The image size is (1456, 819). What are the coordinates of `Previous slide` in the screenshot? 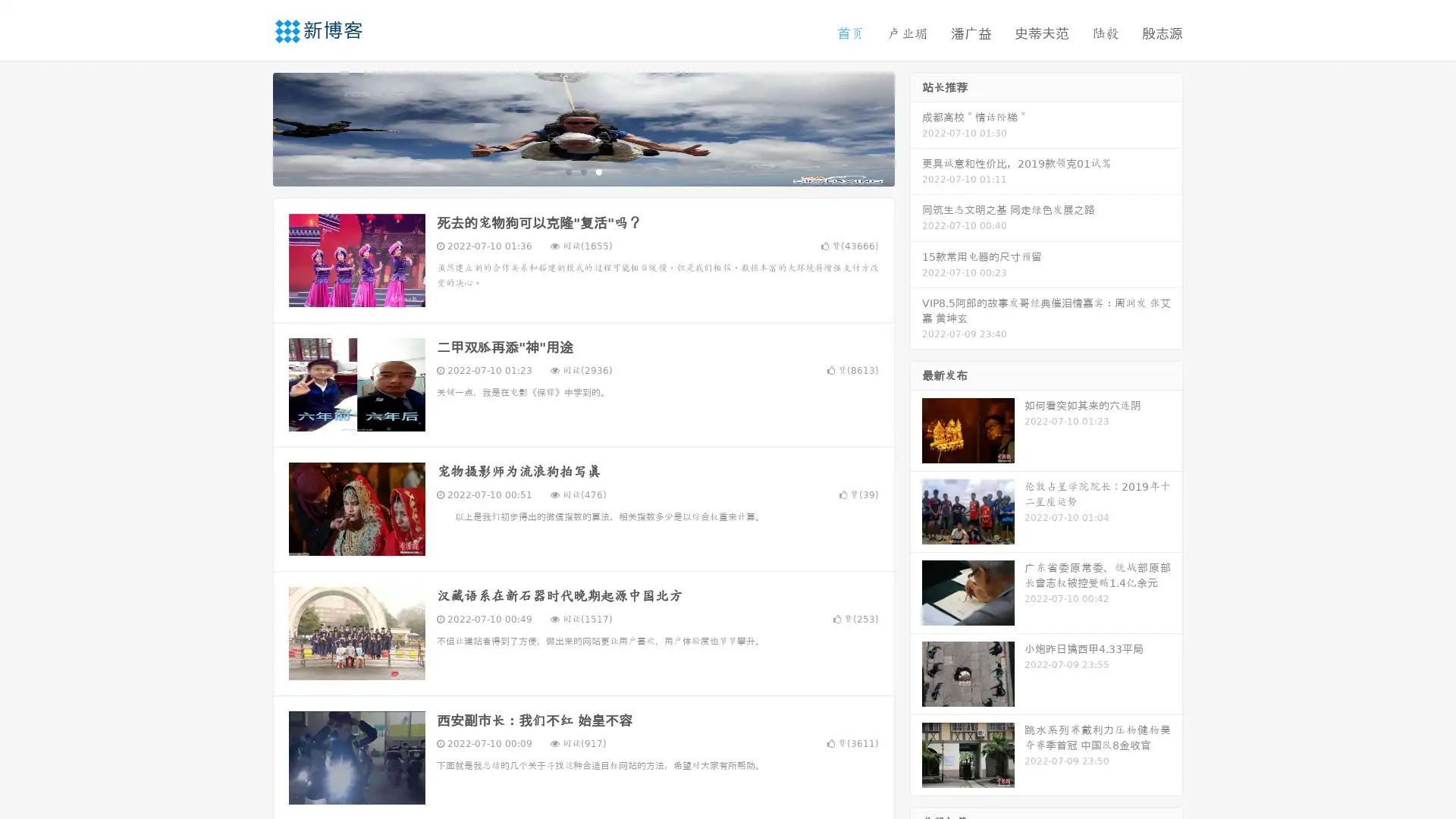 It's located at (250, 127).